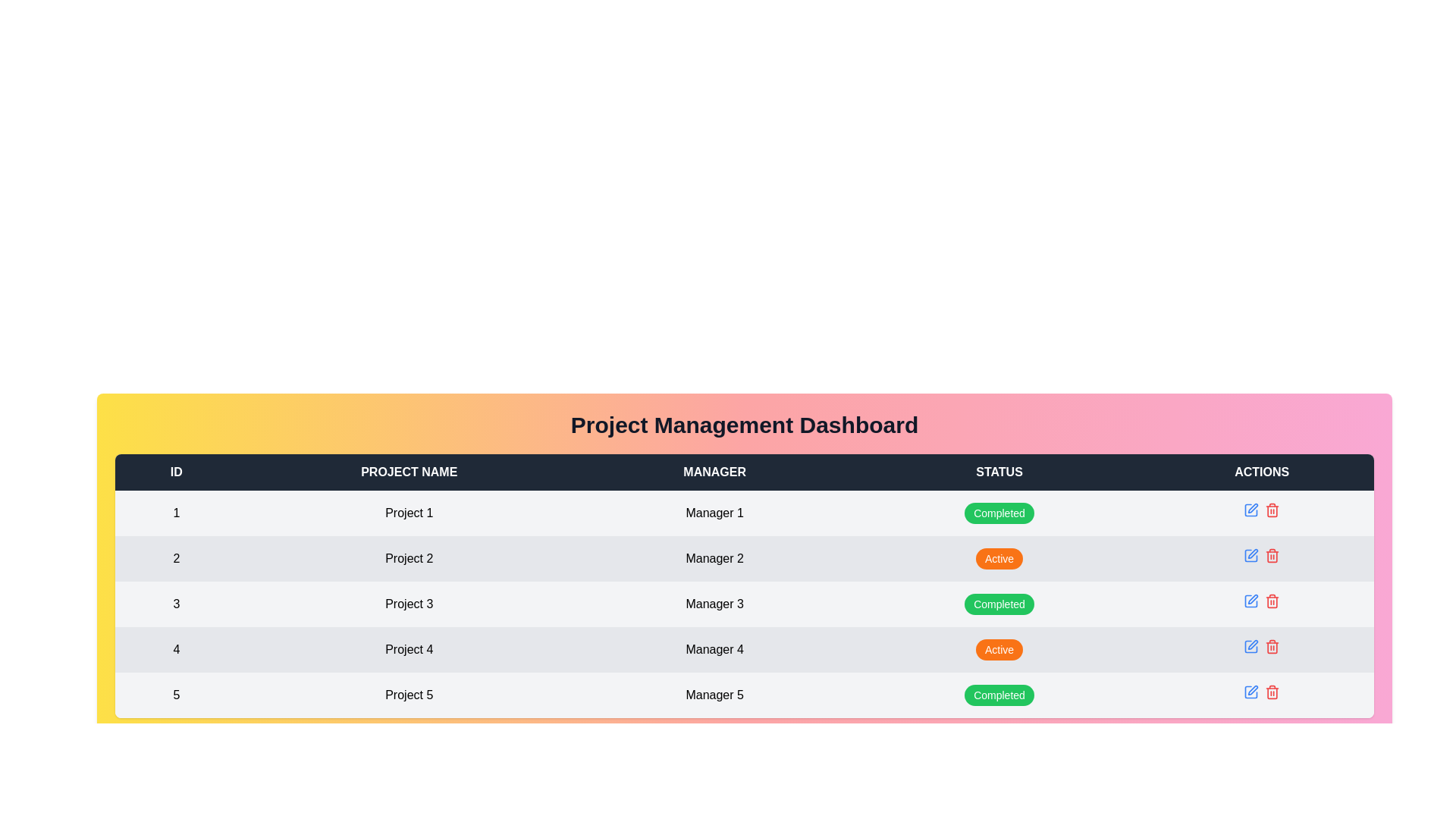 The image size is (1456, 819). I want to click on the blue-colored edit icon button resembling a pencil located in the 'Actions' column of the third row in the table to initiate editing, so click(1251, 601).